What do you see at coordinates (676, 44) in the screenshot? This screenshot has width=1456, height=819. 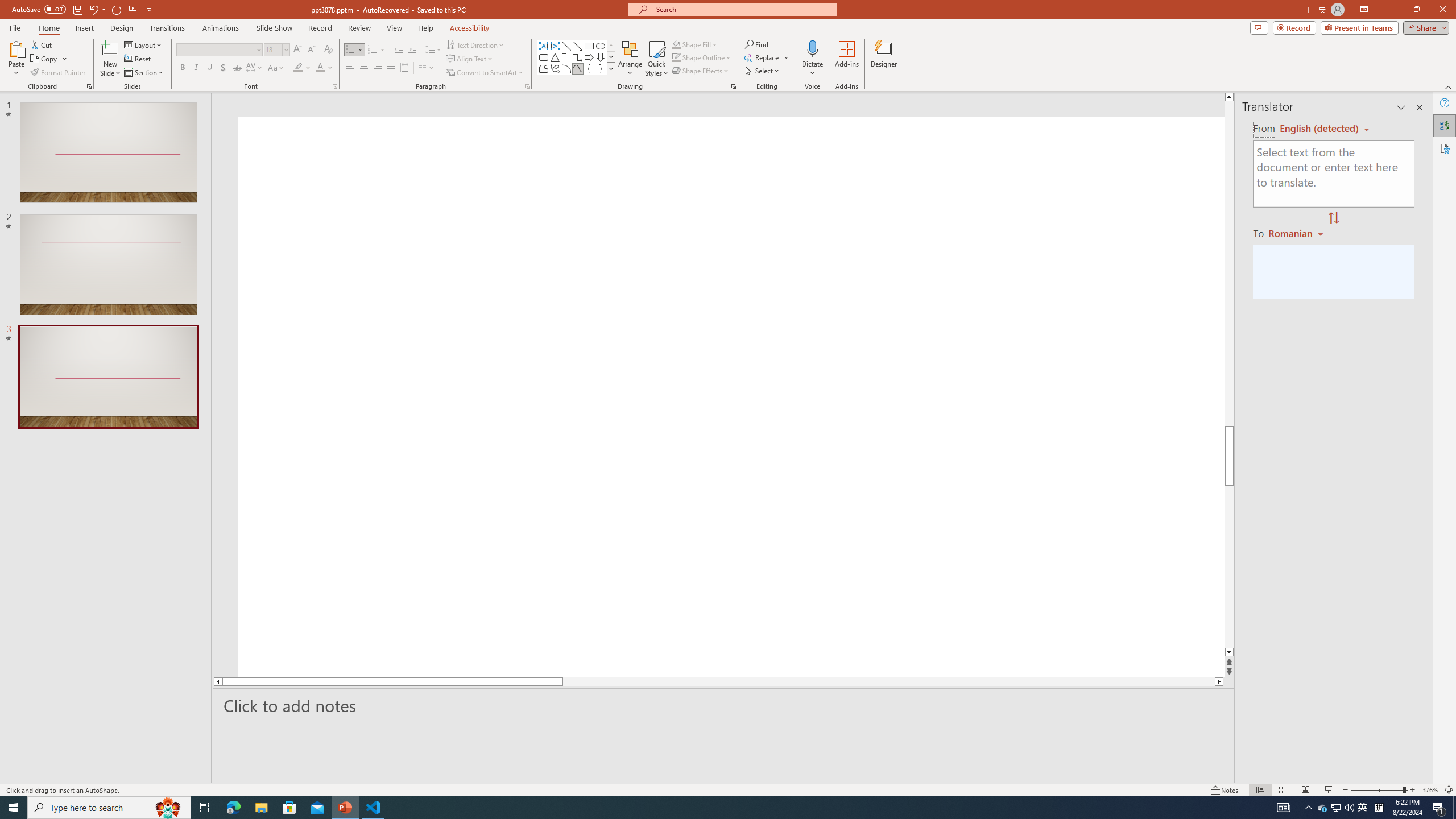 I see `'Shape Fill Dark Green, Accent 2'` at bounding box center [676, 44].